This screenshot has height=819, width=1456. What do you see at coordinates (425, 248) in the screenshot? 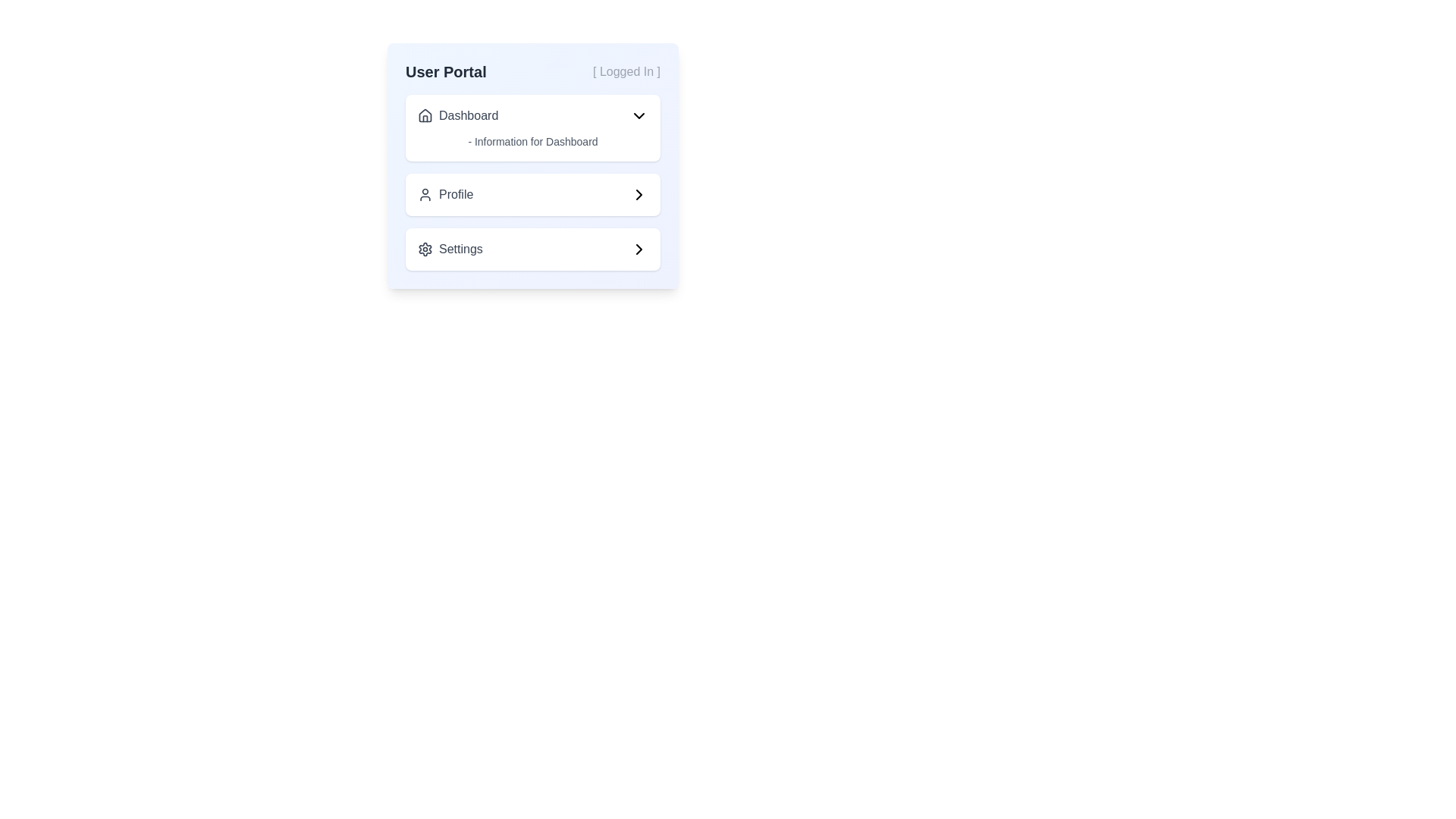
I see `the settings icon, which is the central decorative component within the settings feature located next to the label 'Settings' on its left` at bounding box center [425, 248].